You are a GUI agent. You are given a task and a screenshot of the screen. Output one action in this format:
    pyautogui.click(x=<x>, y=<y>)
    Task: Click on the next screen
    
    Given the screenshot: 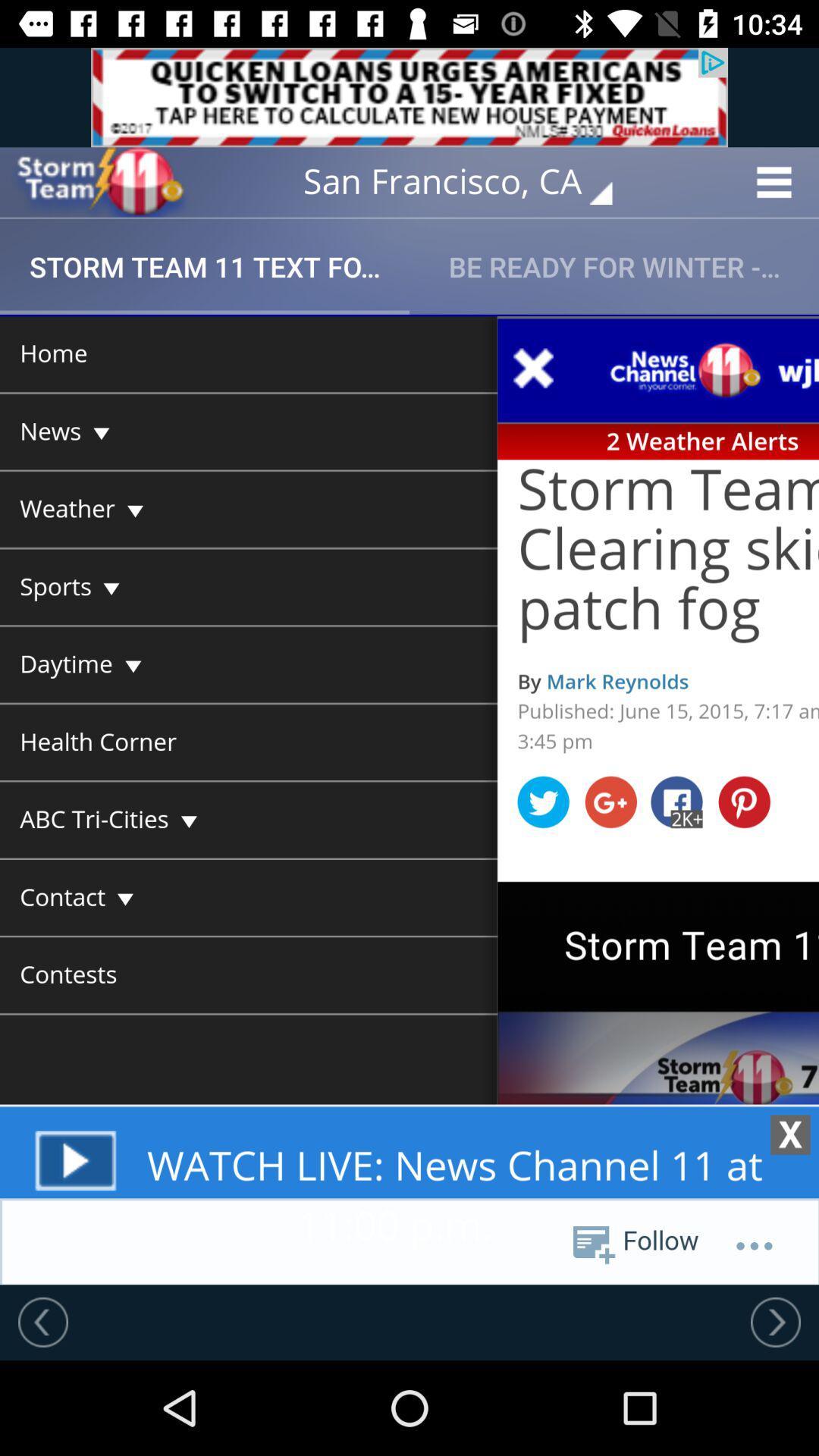 What is the action you would take?
    pyautogui.click(x=775, y=1321)
    